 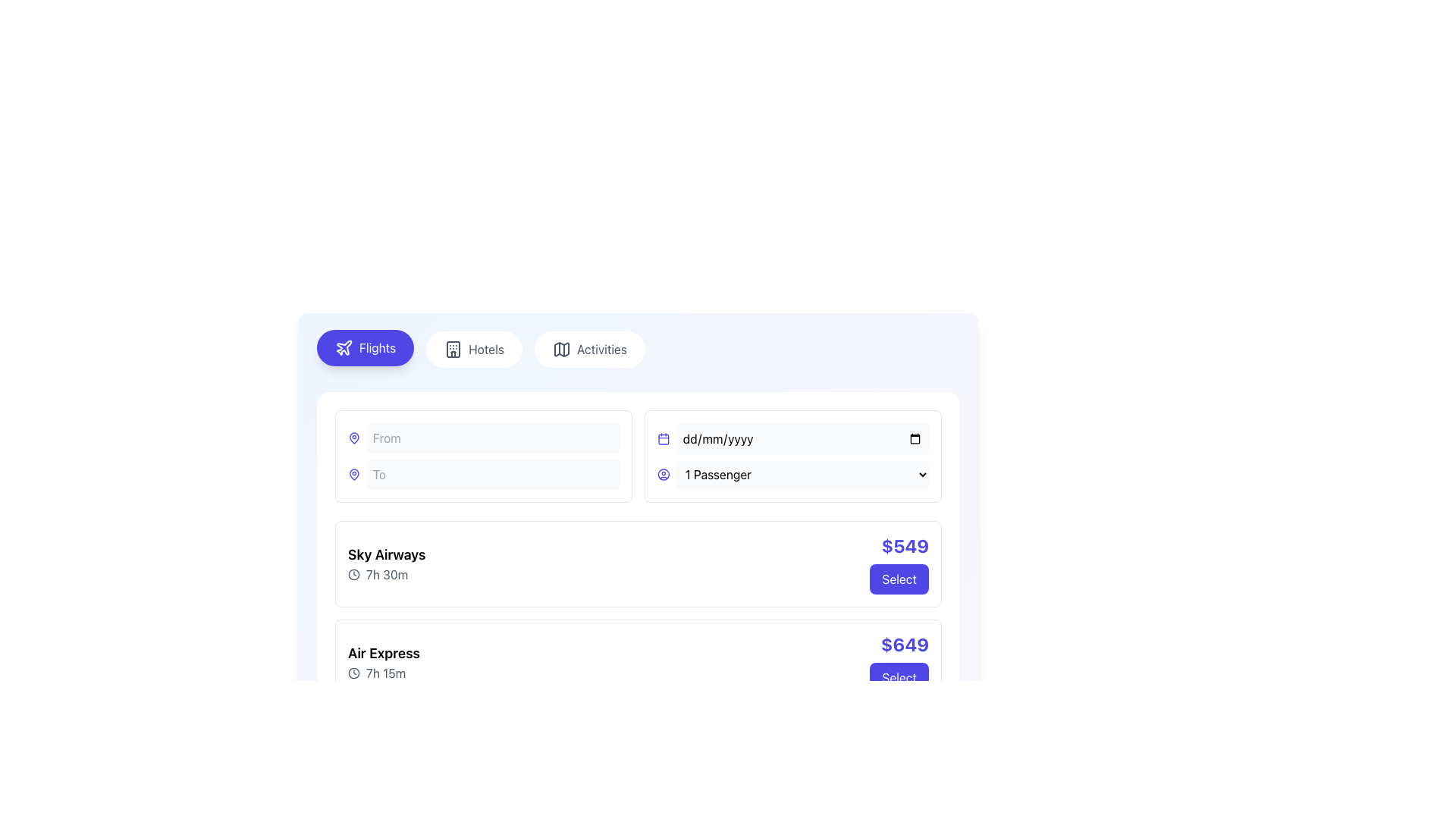 What do you see at coordinates (601, 350) in the screenshot?
I see `the 'Activities' text label/button located at the top-center region of the interface` at bounding box center [601, 350].